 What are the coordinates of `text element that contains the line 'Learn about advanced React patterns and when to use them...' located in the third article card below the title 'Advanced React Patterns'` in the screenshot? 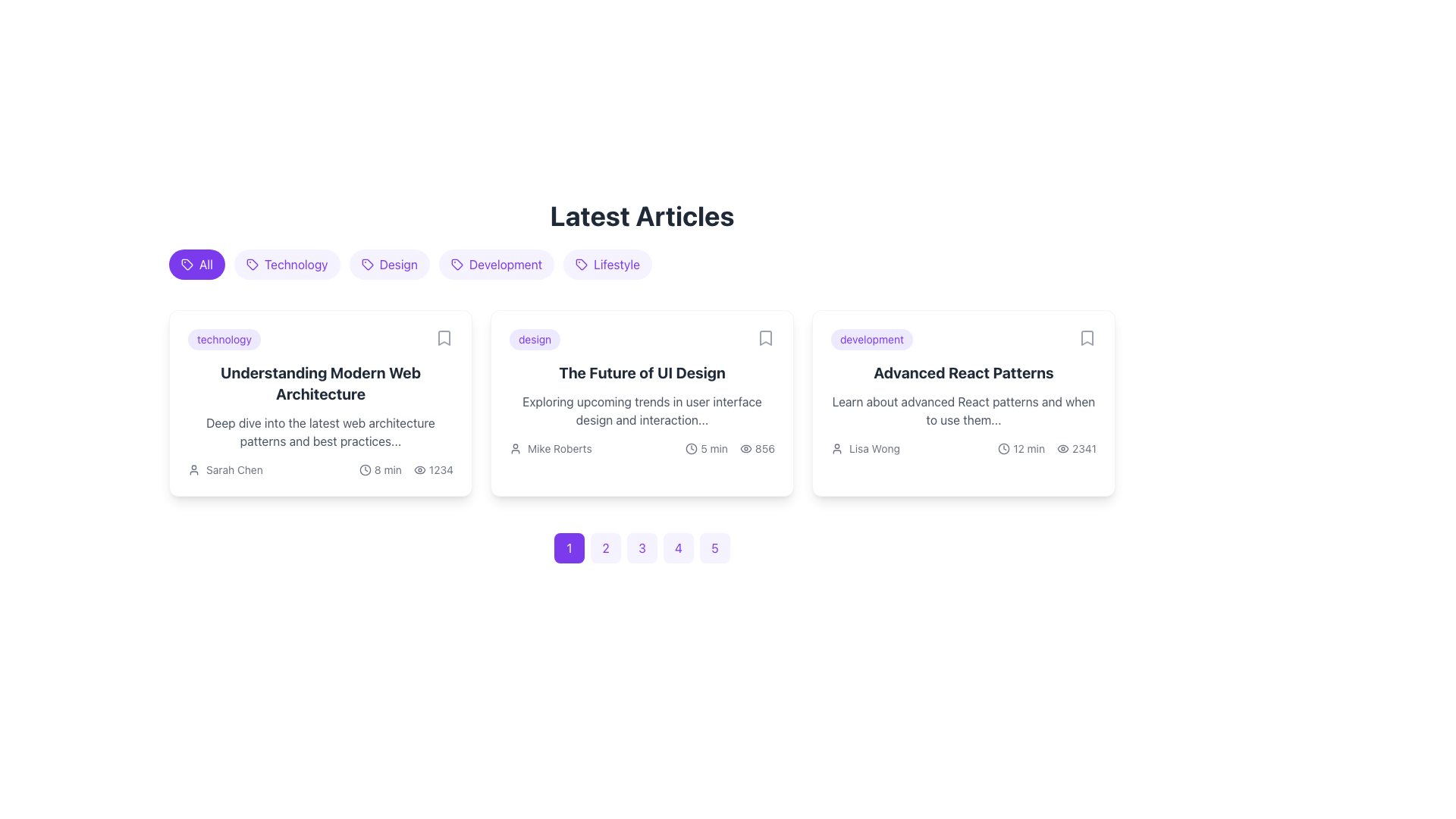 It's located at (963, 411).